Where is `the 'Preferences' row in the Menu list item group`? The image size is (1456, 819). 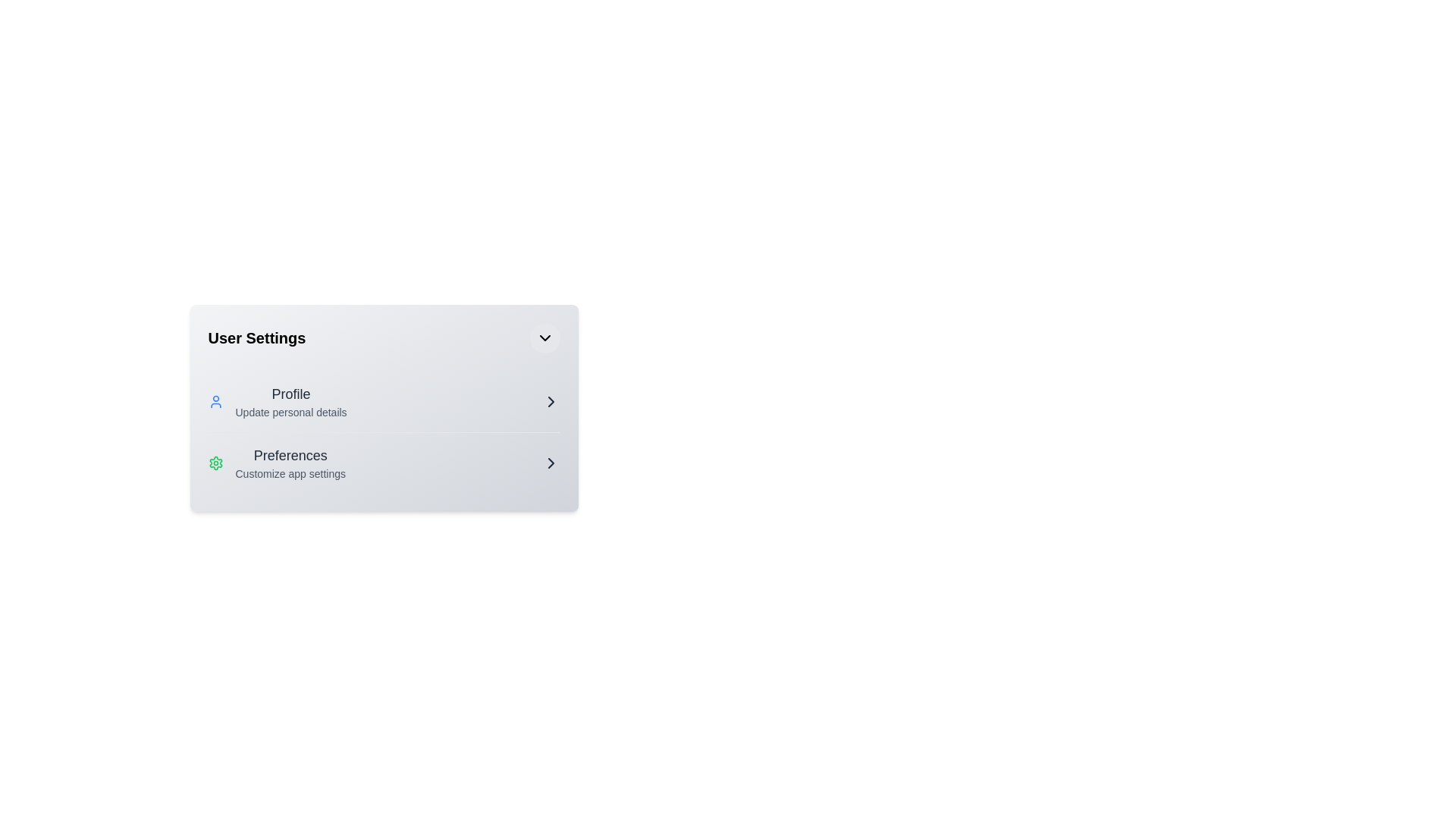
the 'Preferences' row in the Menu list item group is located at coordinates (384, 432).